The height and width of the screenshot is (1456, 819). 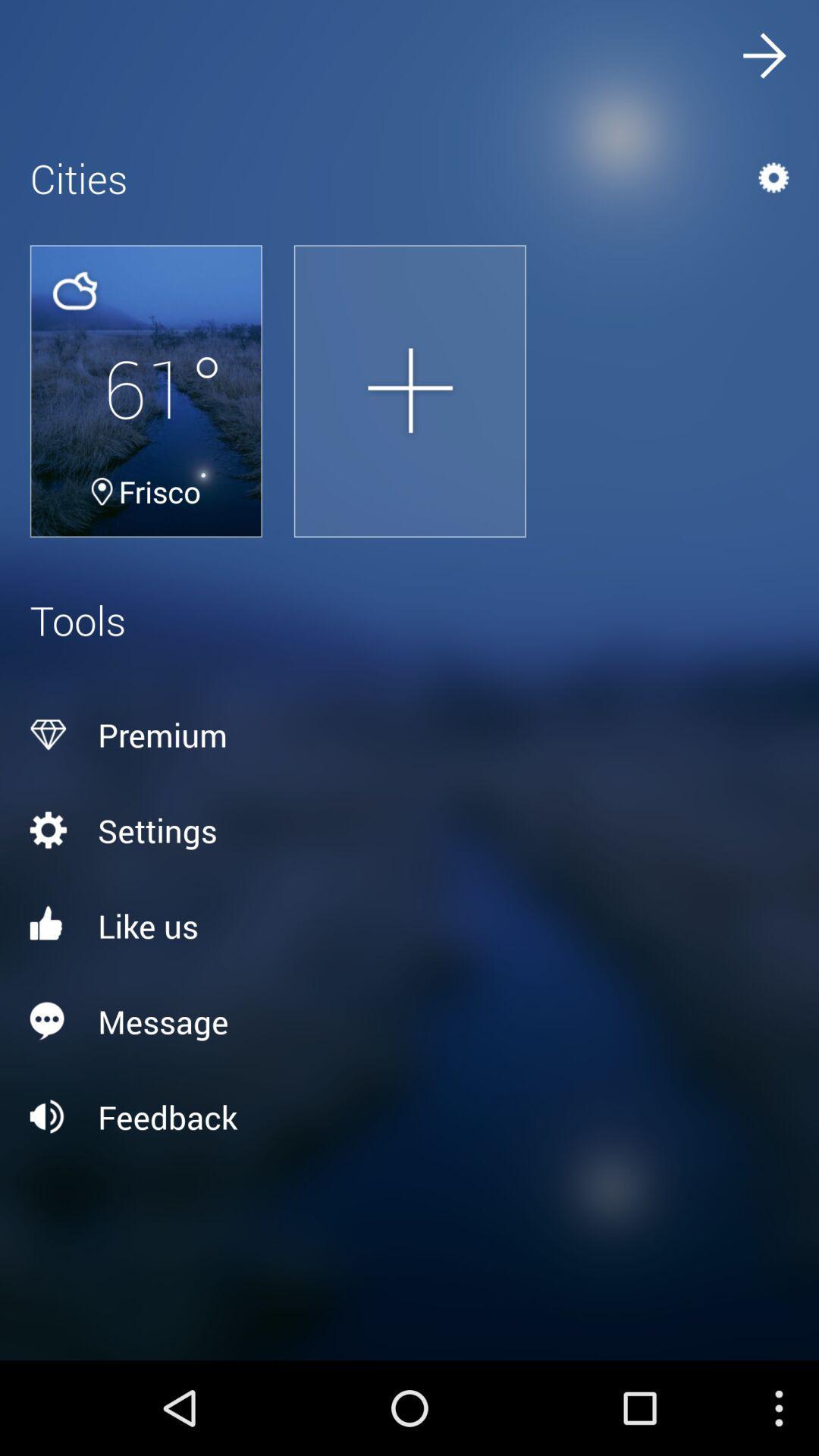 I want to click on the arrow_forward icon, so click(x=763, y=59).